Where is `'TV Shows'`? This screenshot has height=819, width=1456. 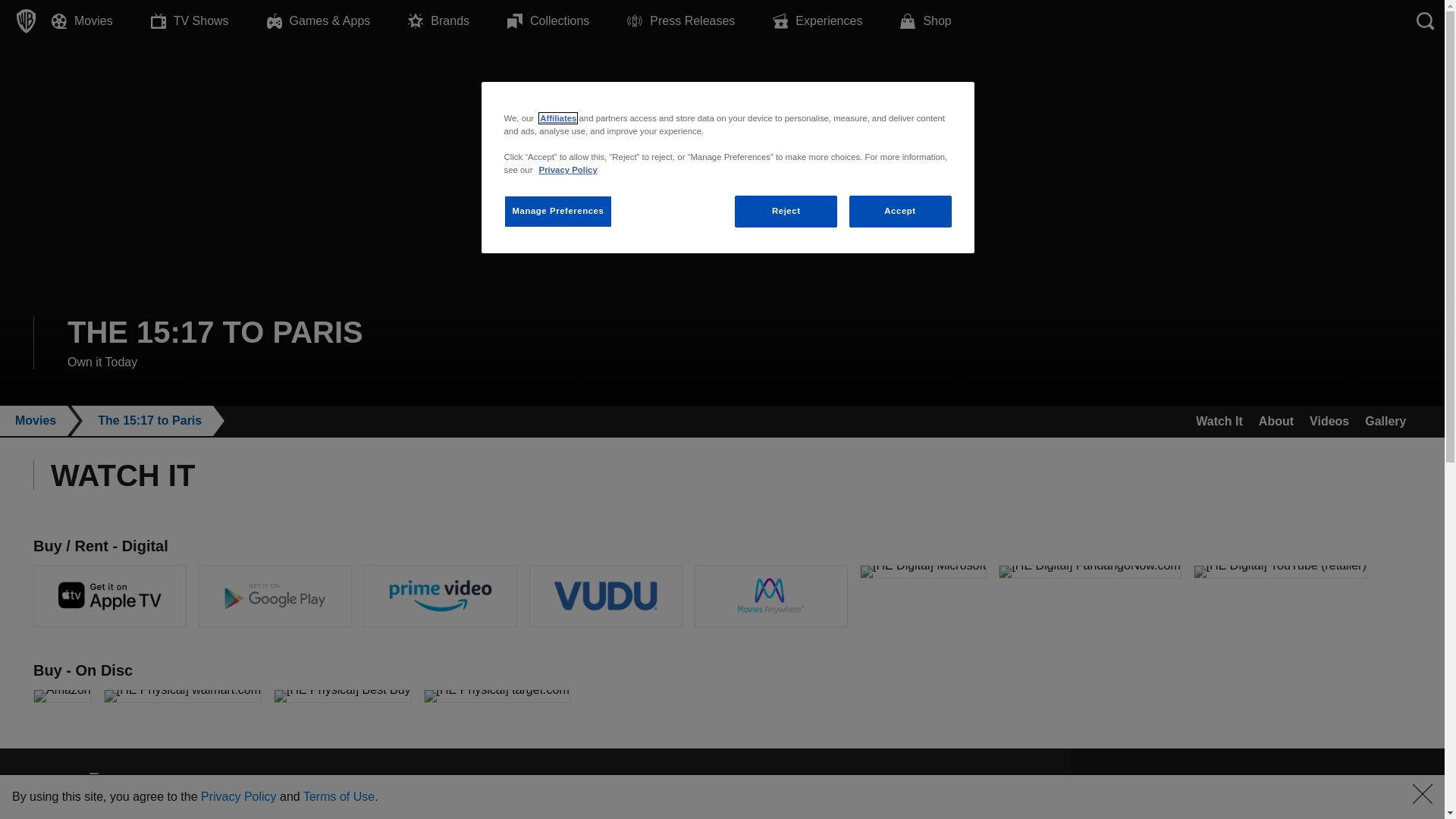
'TV Shows' is located at coordinates (208, 20).